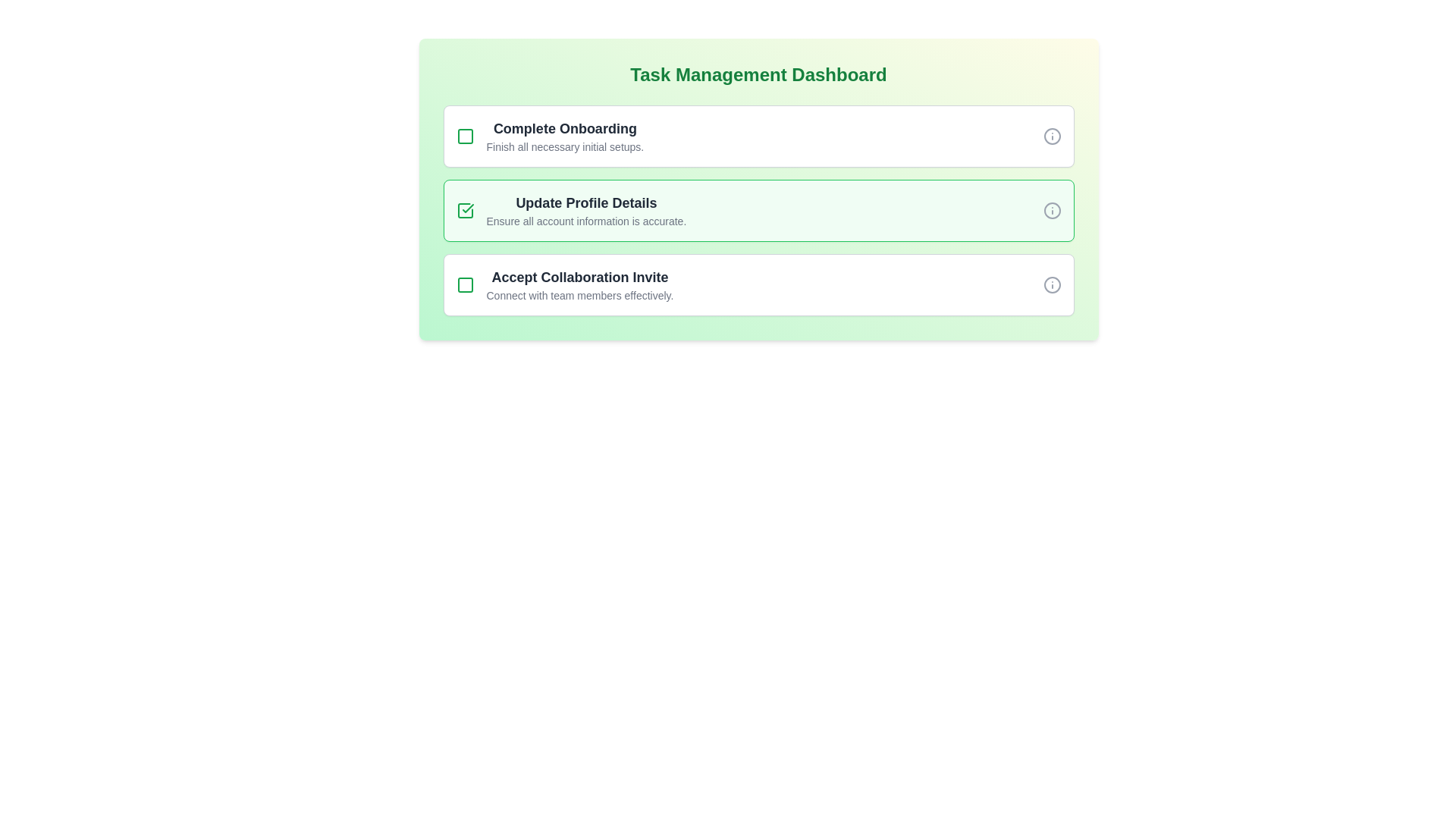  What do you see at coordinates (563, 284) in the screenshot?
I see `the checkbox of the task list item titled 'Accept Collaboration Invite' to mark the task as completed` at bounding box center [563, 284].